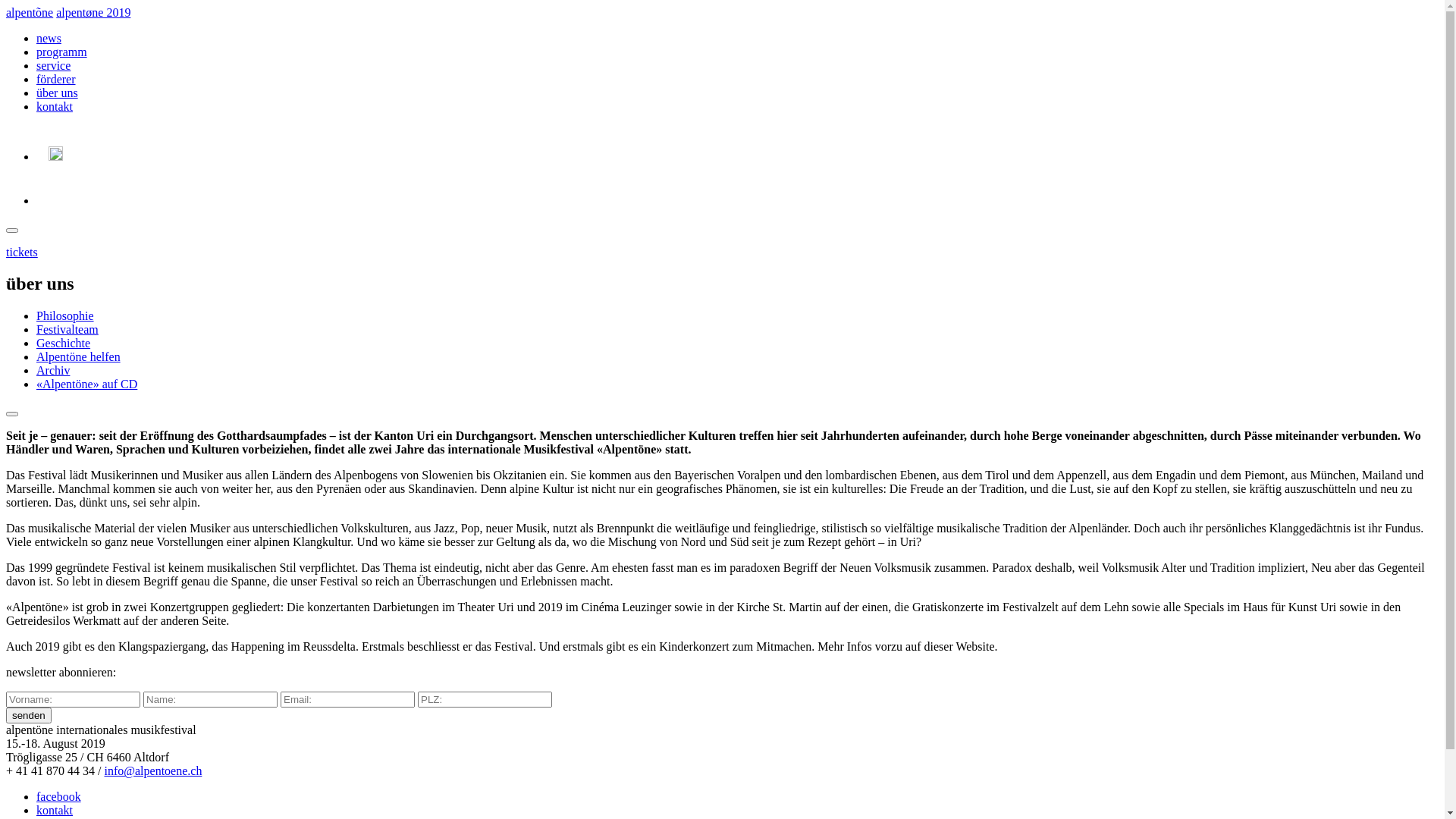 This screenshot has height=819, width=1456. I want to click on 'Philosophie', so click(36, 315).